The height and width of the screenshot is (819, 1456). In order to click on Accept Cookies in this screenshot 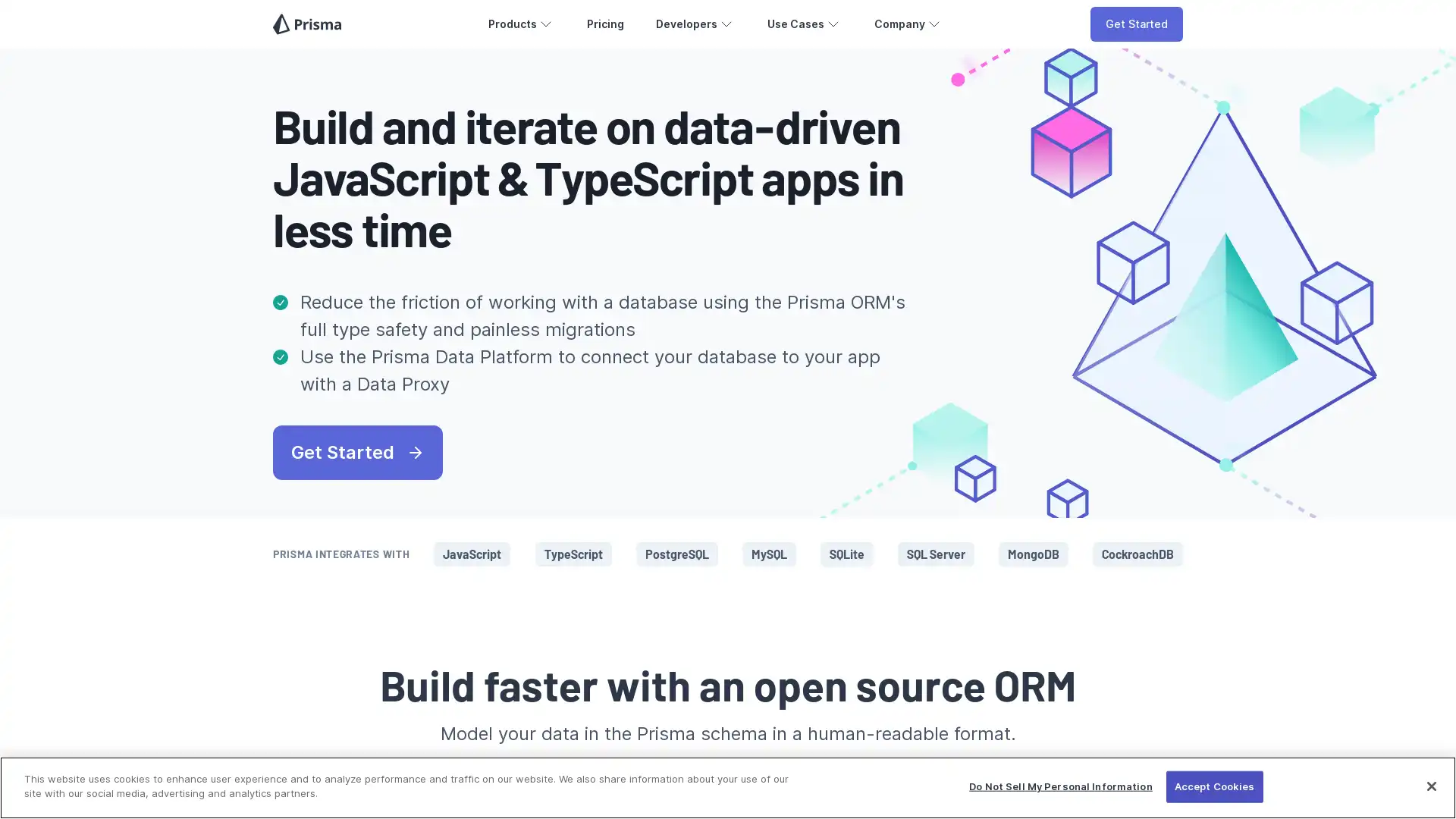, I will do `click(1214, 786)`.